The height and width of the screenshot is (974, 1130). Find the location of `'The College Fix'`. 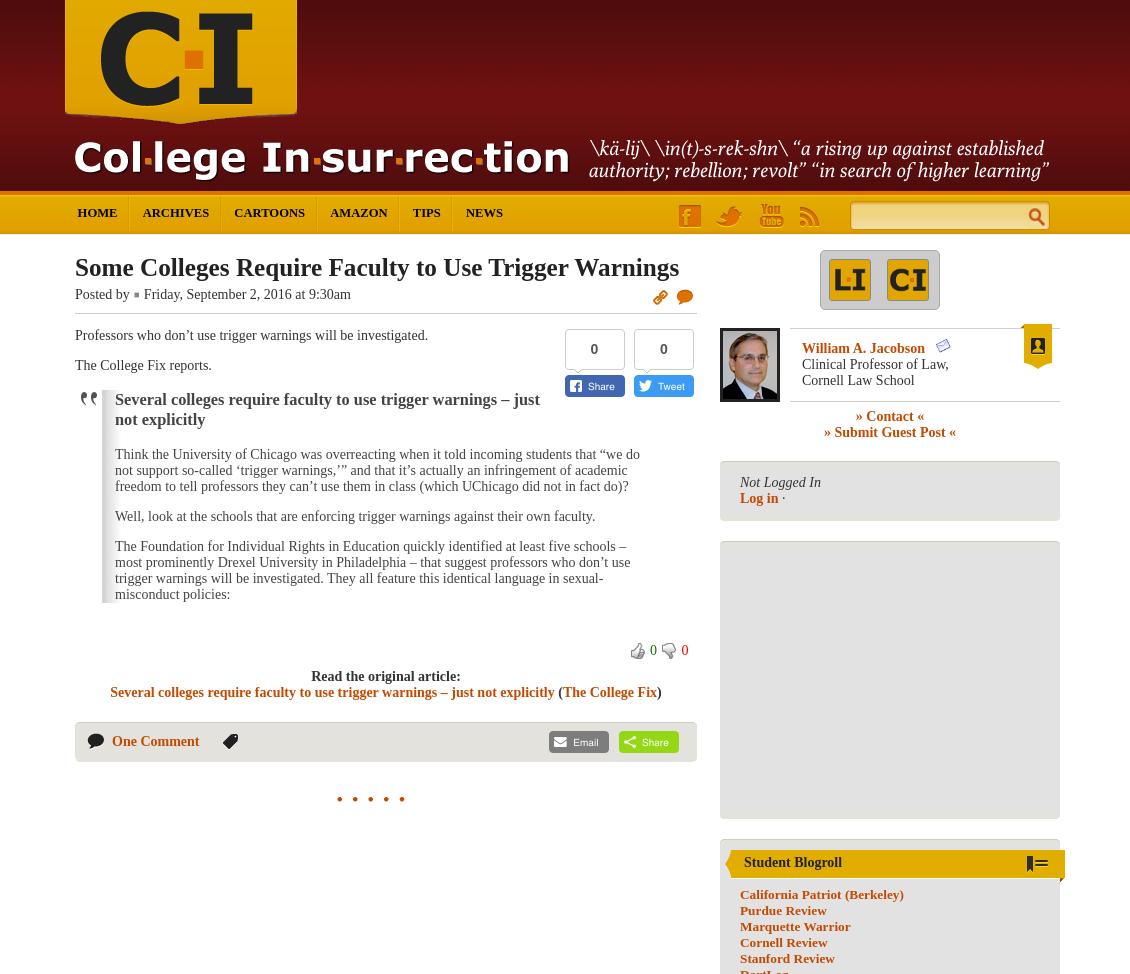

'The College Fix' is located at coordinates (608, 691).